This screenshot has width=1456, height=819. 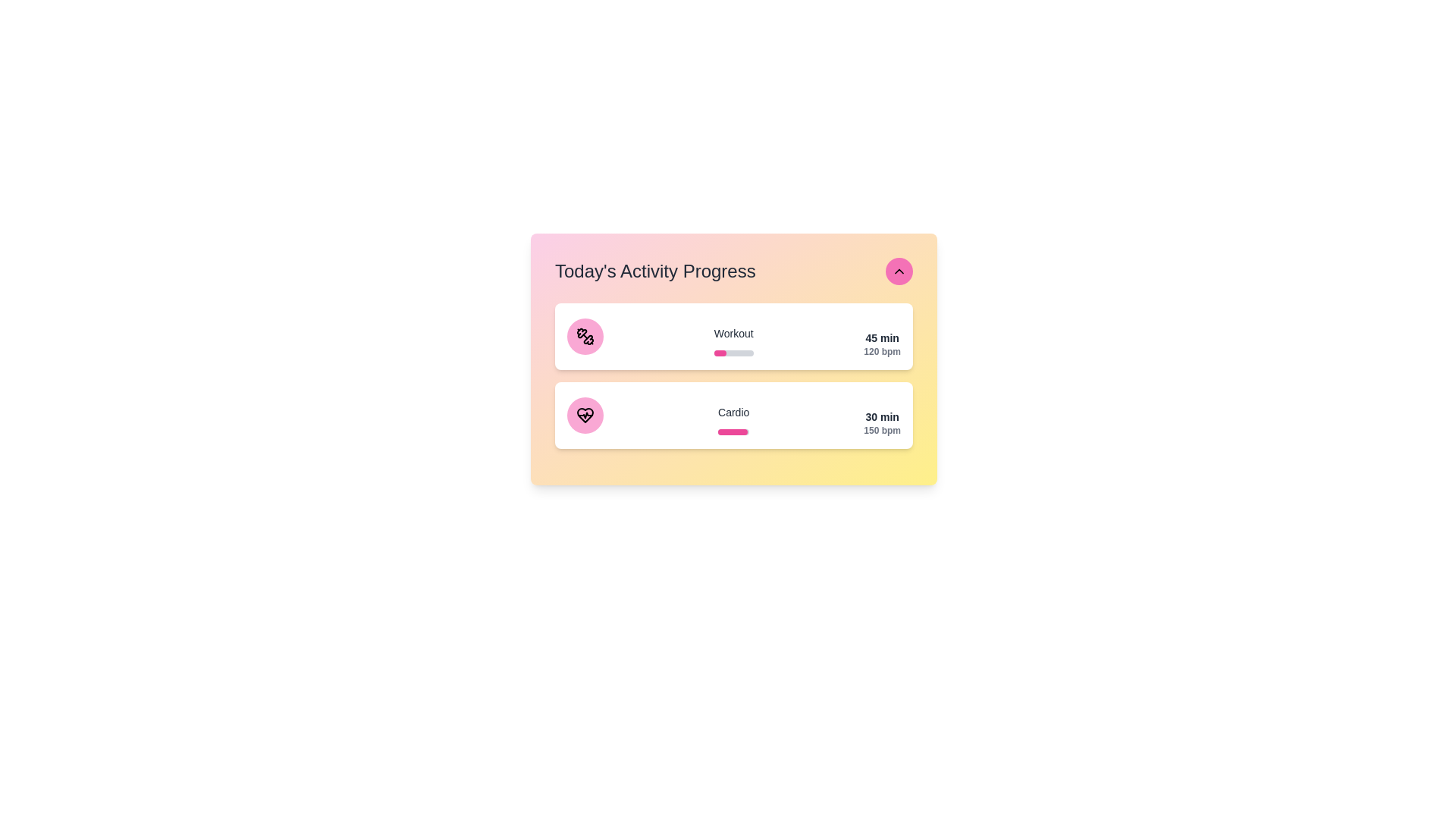 What do you see at coordinates (899, 271) in the screenshot?
I see `the button located in the top-right corner of the 'Today's Activity Progress' section` at bounding box center [899, 271].